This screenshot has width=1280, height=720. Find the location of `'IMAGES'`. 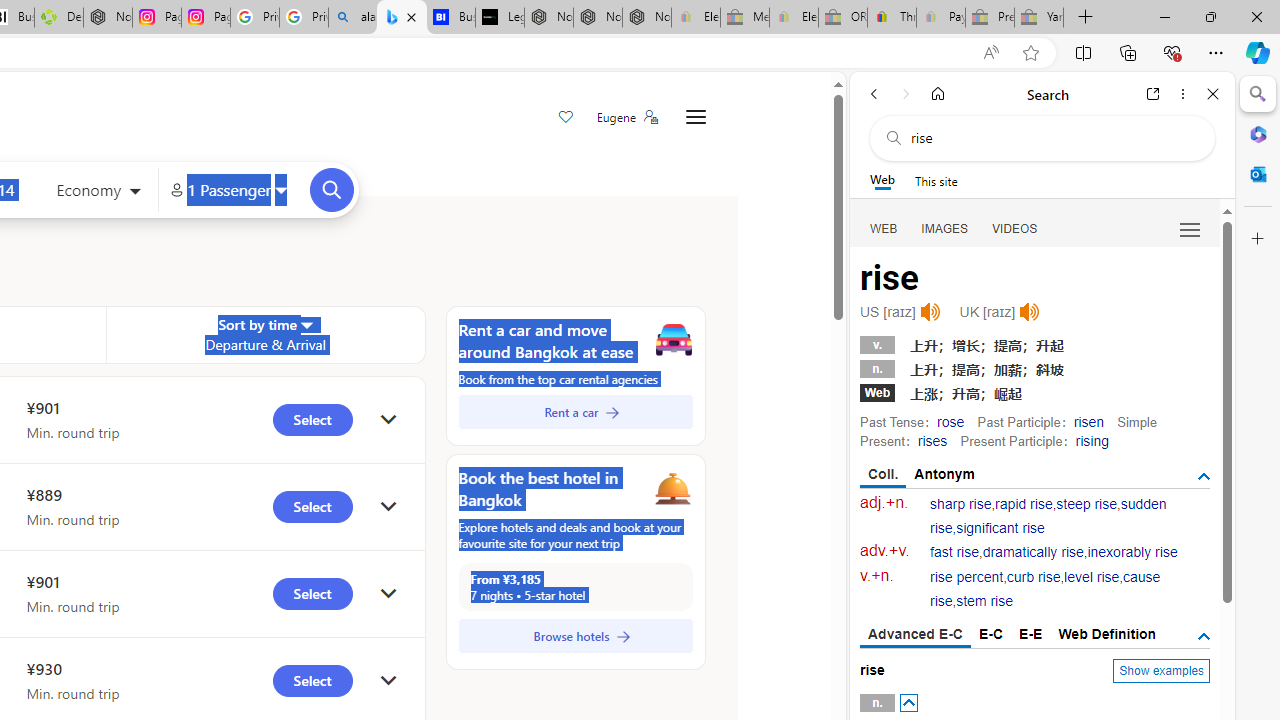

'IMAGES' is located at coordinates (944, 227).